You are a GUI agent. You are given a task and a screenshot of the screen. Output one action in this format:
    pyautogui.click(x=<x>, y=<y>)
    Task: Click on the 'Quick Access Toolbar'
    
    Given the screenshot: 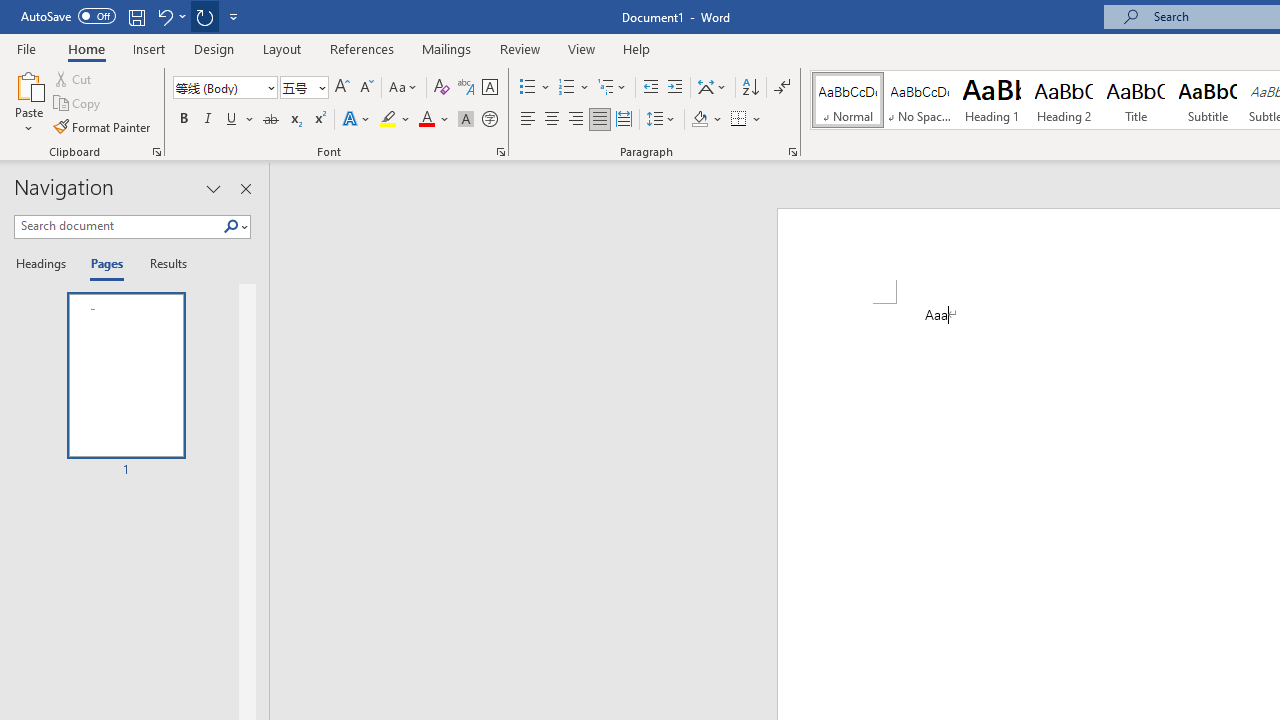 What is the action you would take?
    pyautogui.click(x=130, y=16)
    